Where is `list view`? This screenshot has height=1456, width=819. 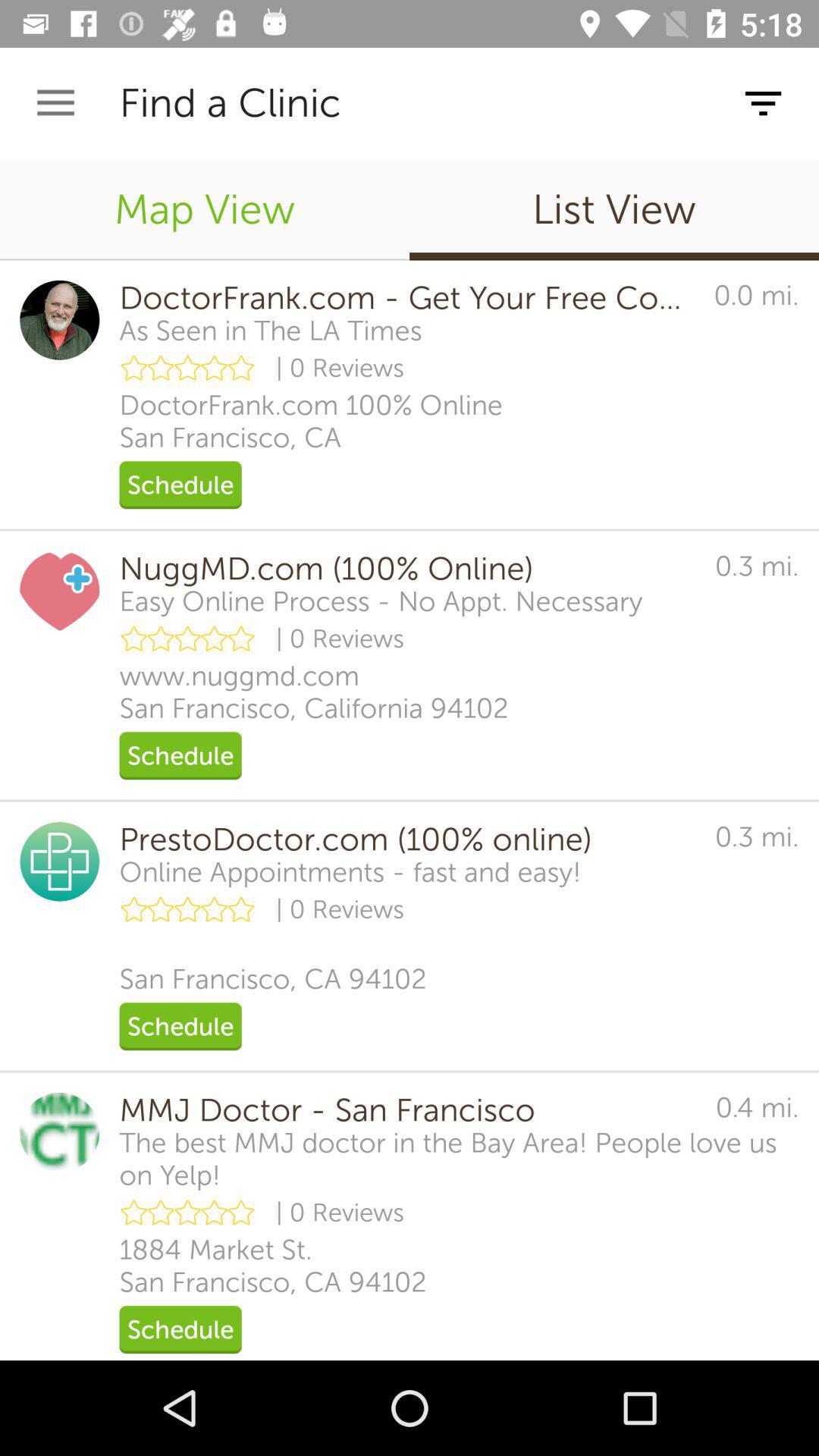 list view is located at coordinates (614, 209).